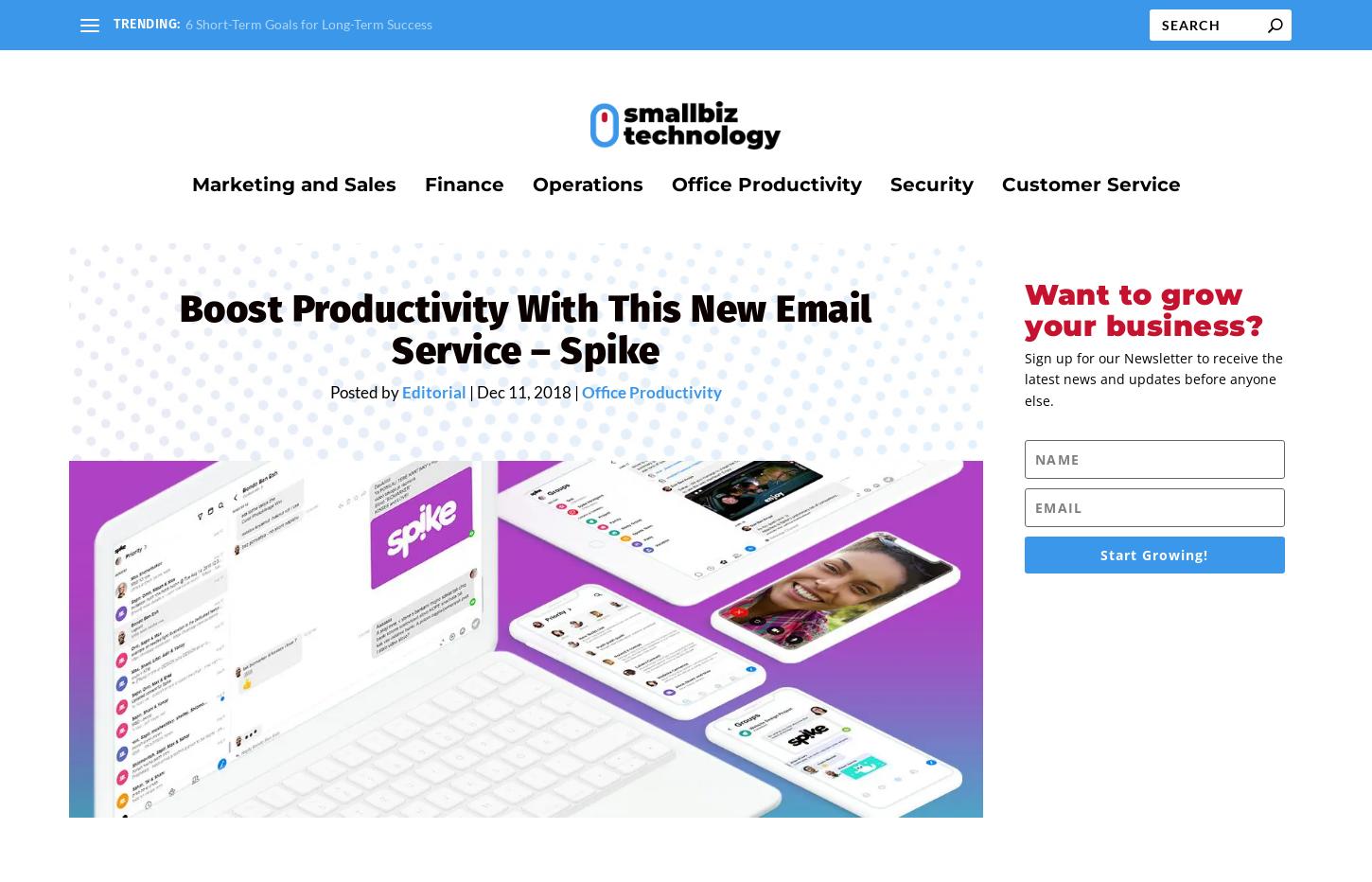 This screenshot has width=1372, height=882. I want to click on 'Start Growing!', so click(1154, 566).